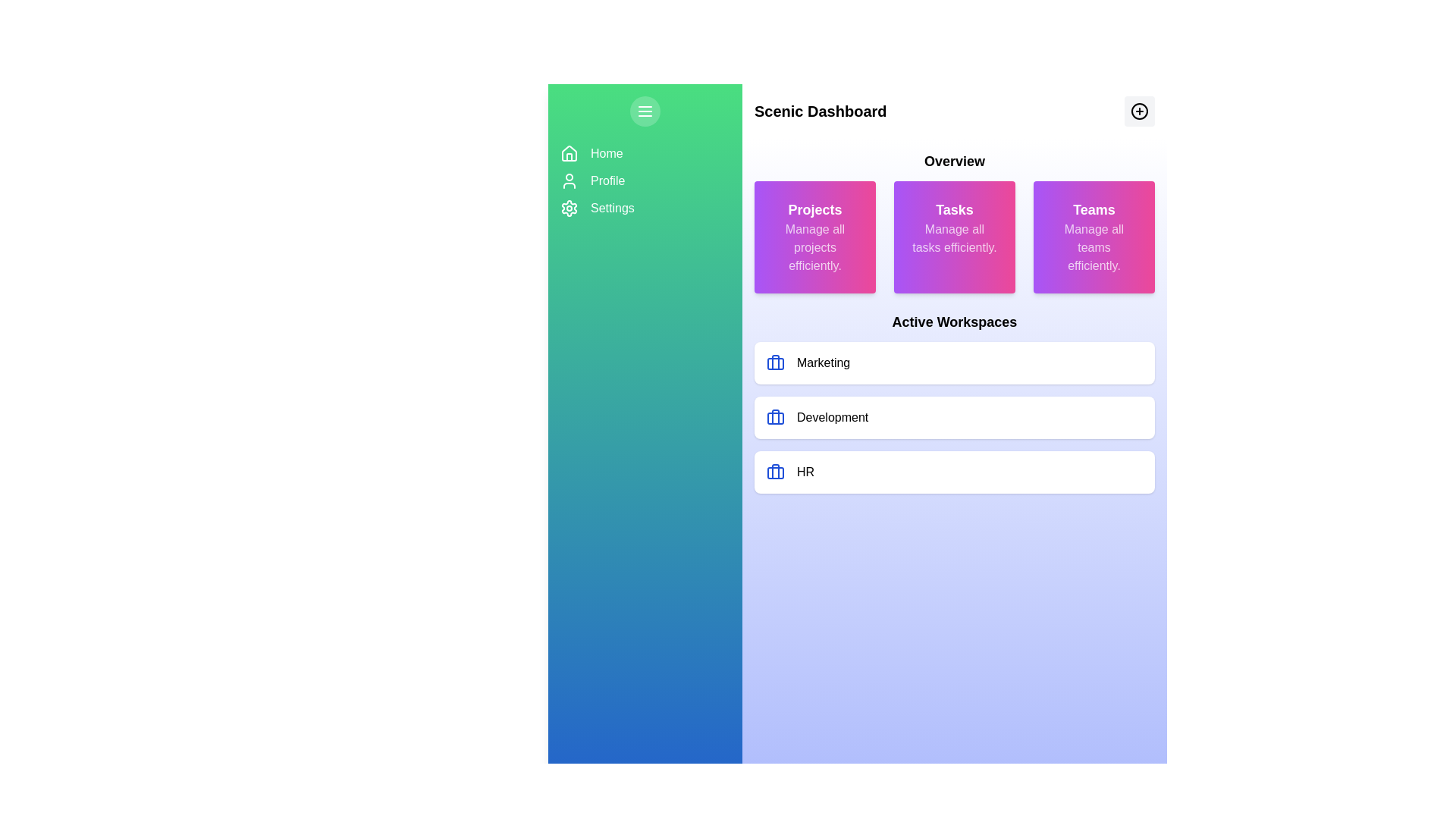  Describe the element at coordinates (953, 418) in the screenshot. I see `the 'Development' workspace button located in the list of 'Active Workspaces' on the right side of the interface, which is positioned between the 'Marketing' and 'HR' sections` at that location.